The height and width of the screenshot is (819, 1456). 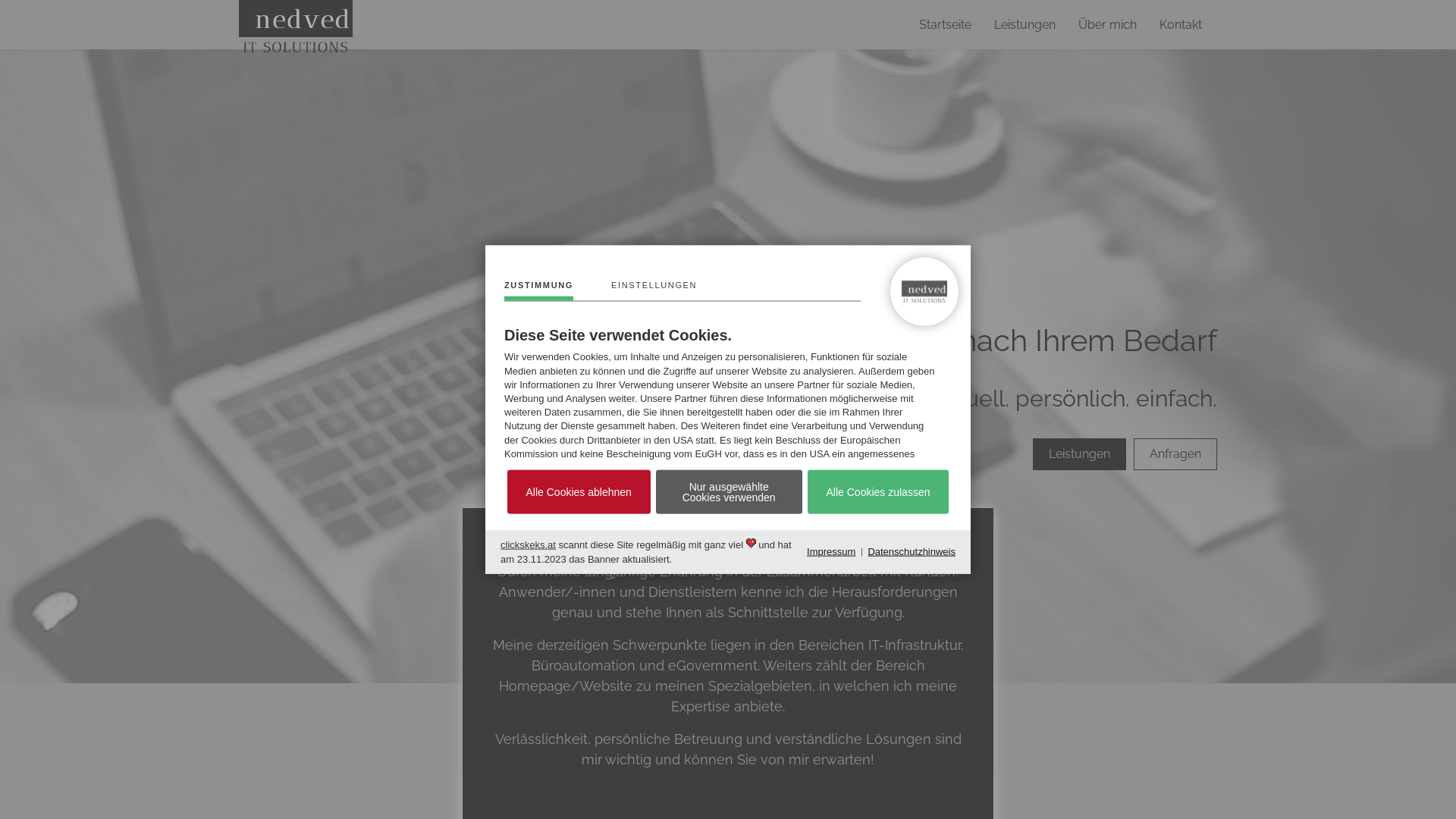 What do you see at coordinates (1078, 453) in the screenshot?
I see `'Leistungen'` at bounding box center [1078, 453].